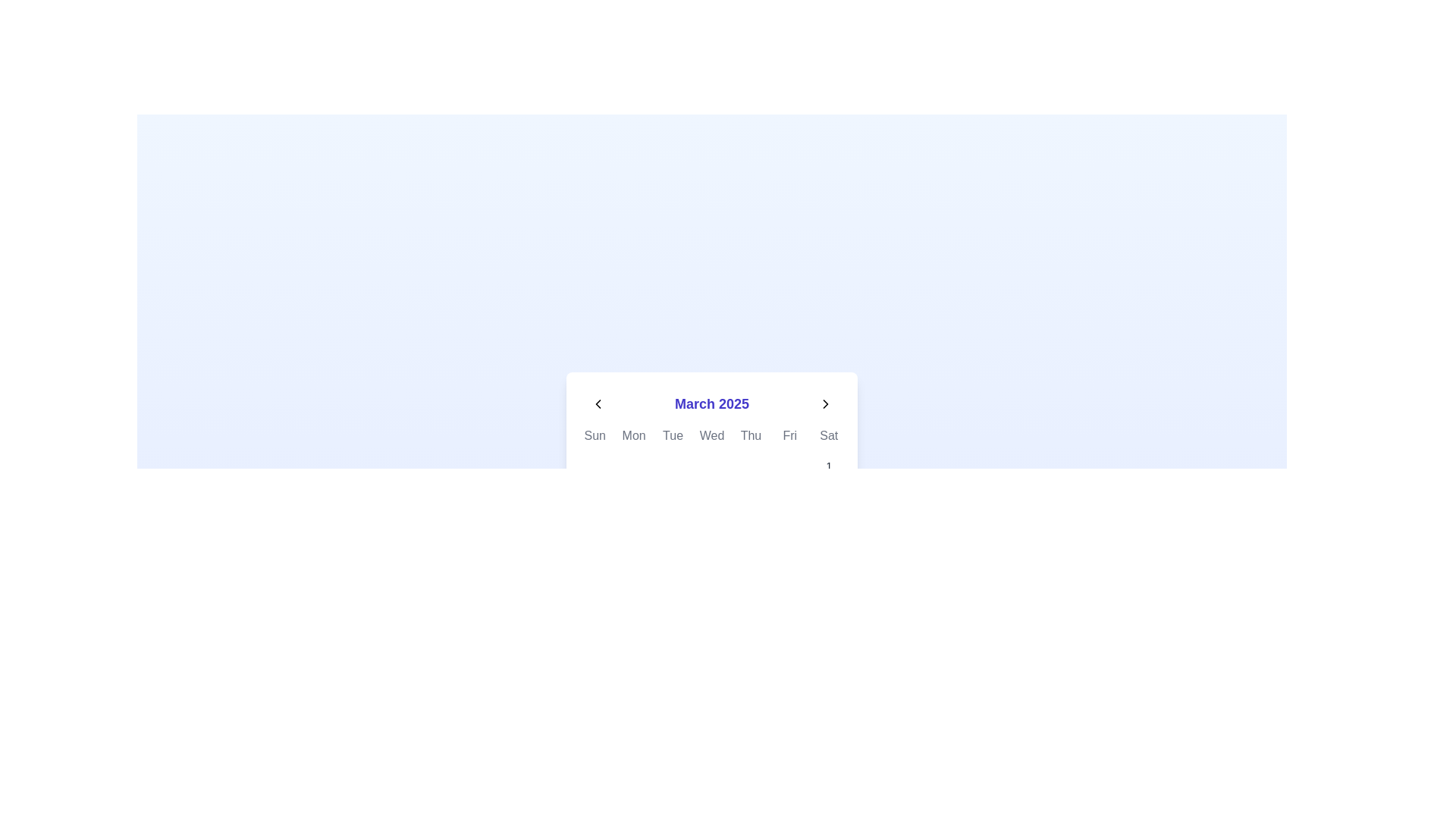 The height and width of the screenshot is (819, 1456). What do you see at coordinates (597, 403) in the screenshot?
I see `the small left-pointing chevron icon located to the immediate left of the 'March 2025' header in the calendar interface` at bounding box center [597, 403].